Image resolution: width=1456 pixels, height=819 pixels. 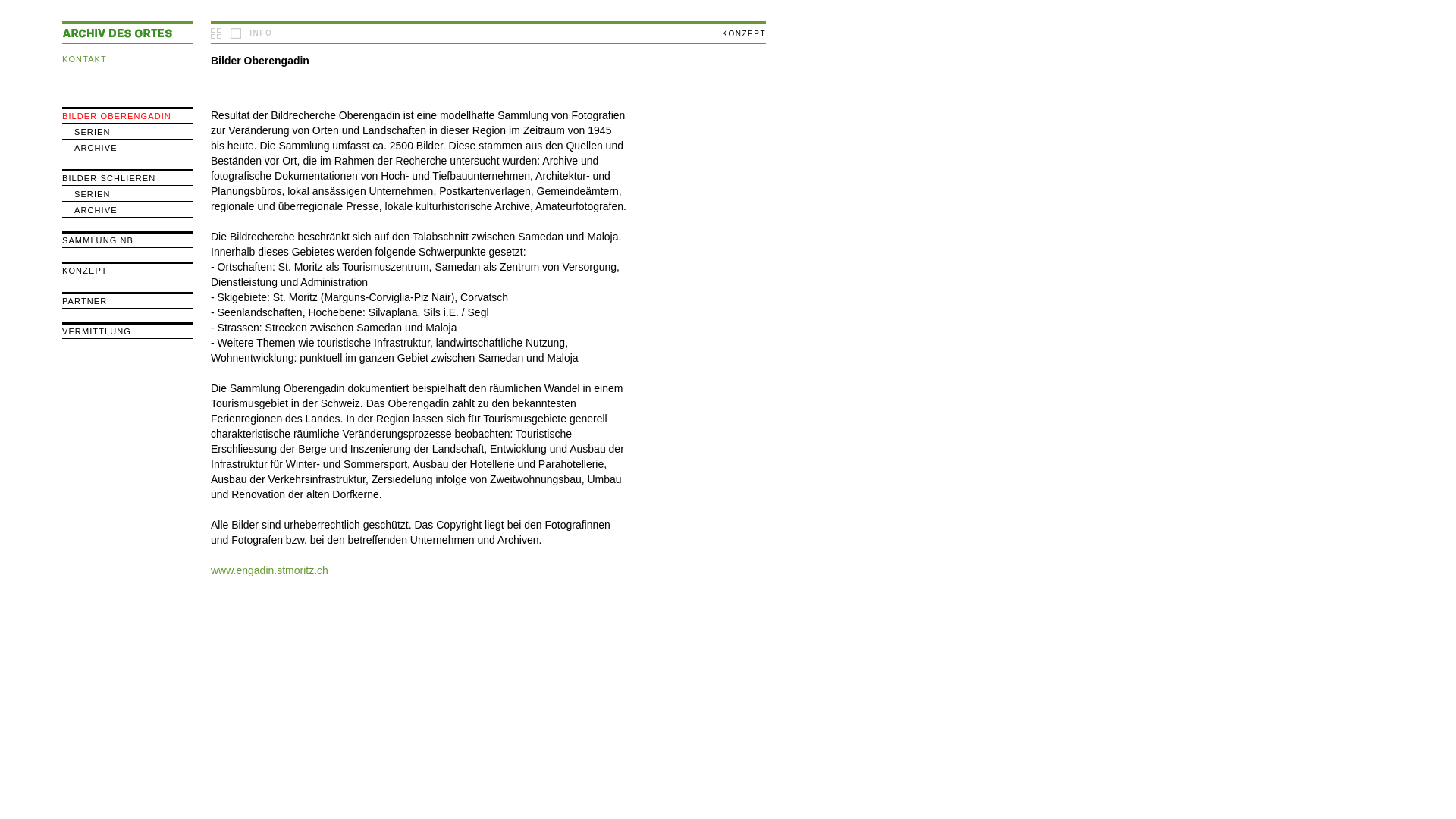 I want to click on 'ARCHIVE', so click(x=95, y=210).